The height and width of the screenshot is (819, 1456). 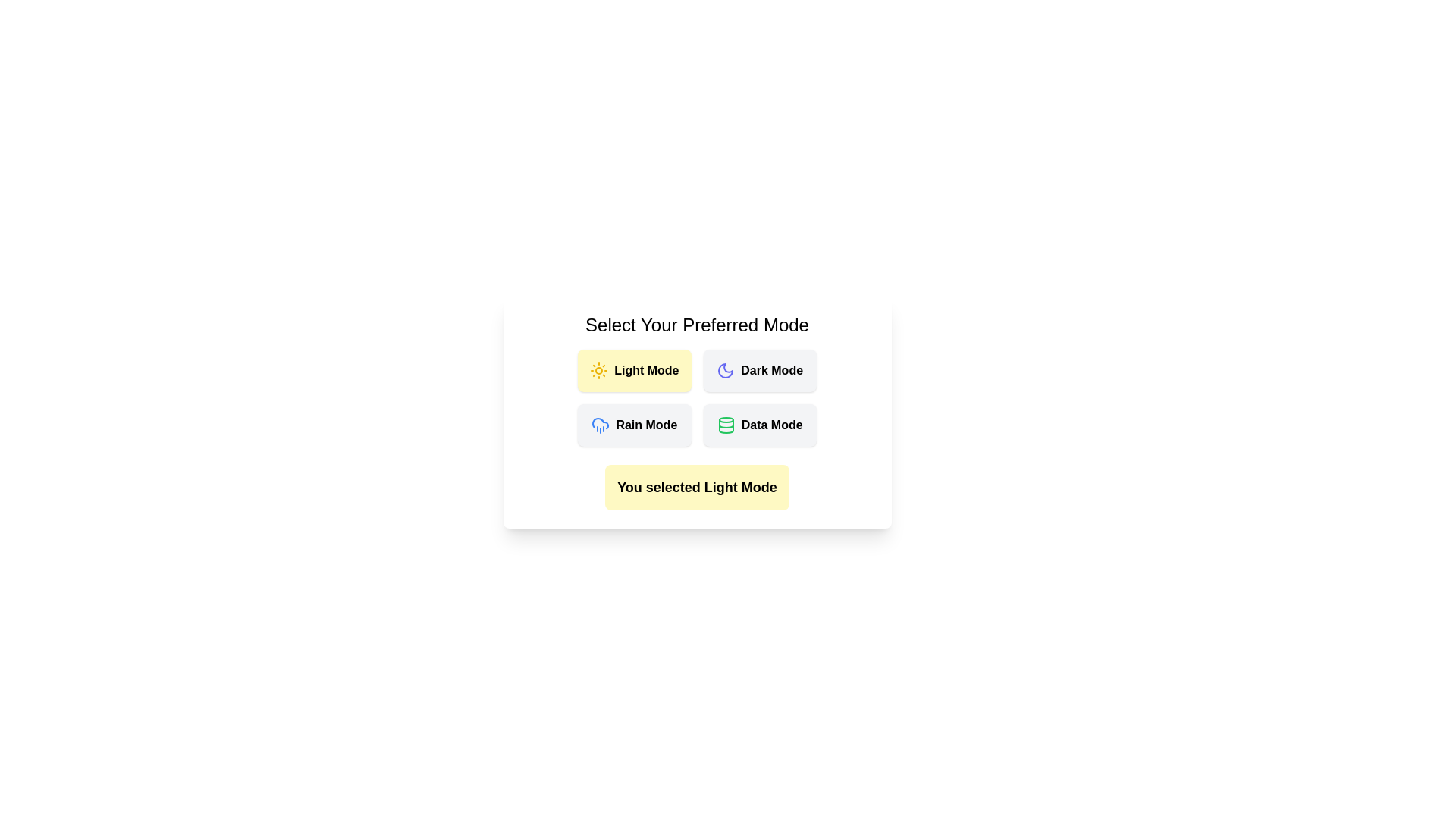 I want to click on the 'Light Mode' button located in the top-left position of the 2x2 grid, so click(x=634, y=371).